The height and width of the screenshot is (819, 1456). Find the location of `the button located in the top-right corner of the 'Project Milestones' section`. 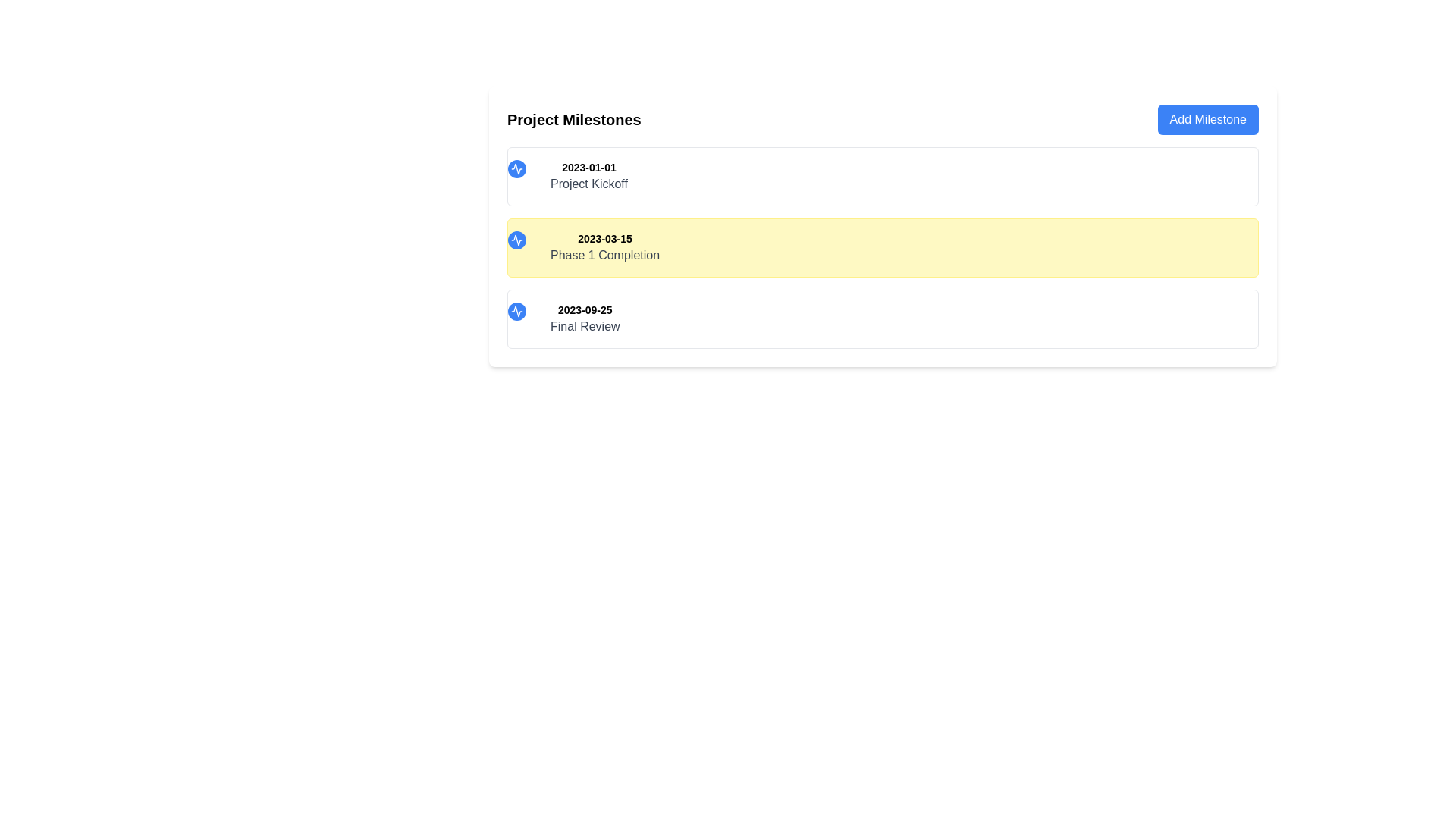

the button located in the top-right corner of the 'Project Milestones' section is located at coordinates (1207, 119).